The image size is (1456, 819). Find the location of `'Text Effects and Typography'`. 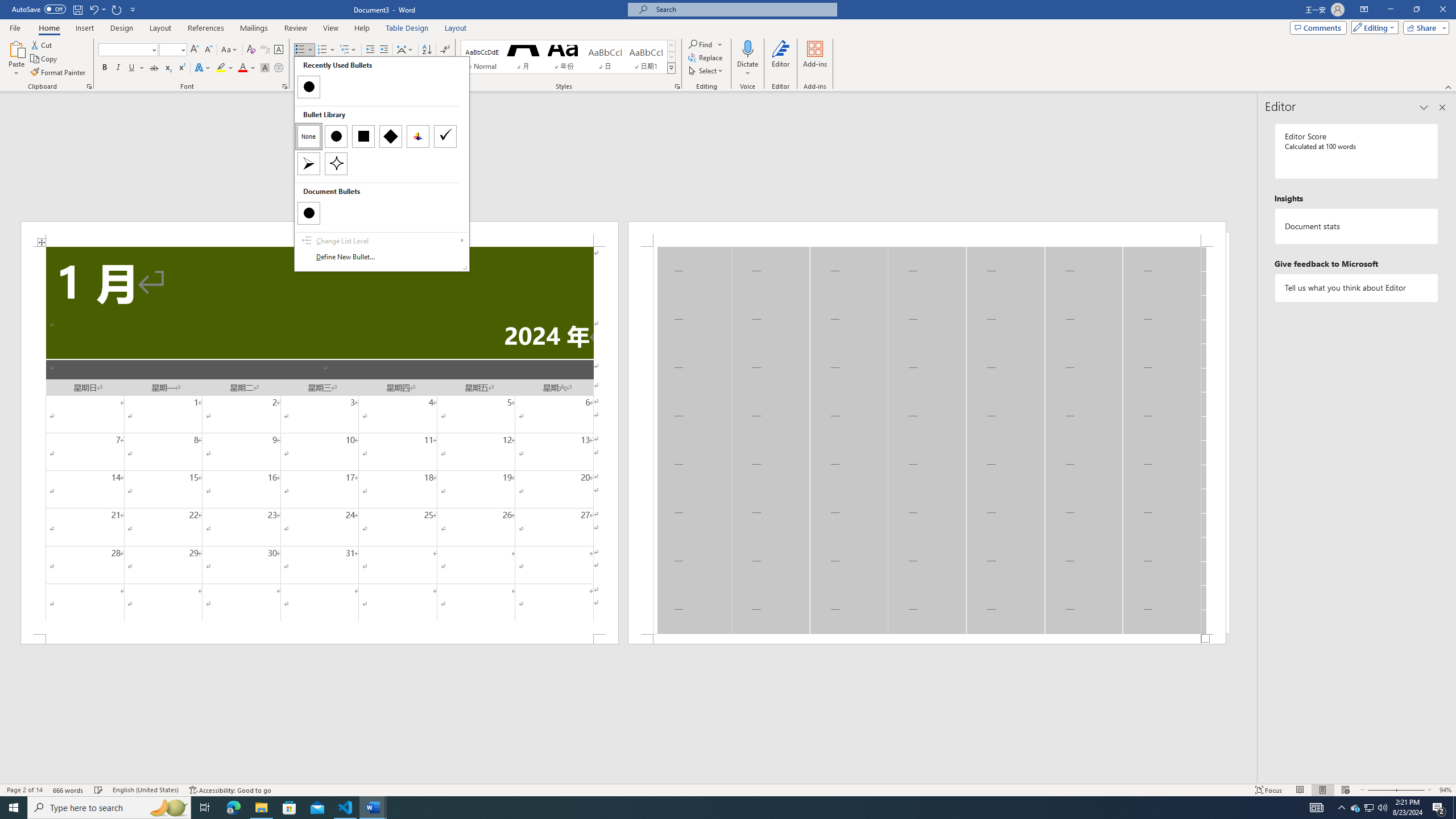

'Text Effects and Typography' is located at coordinates (201, 67).